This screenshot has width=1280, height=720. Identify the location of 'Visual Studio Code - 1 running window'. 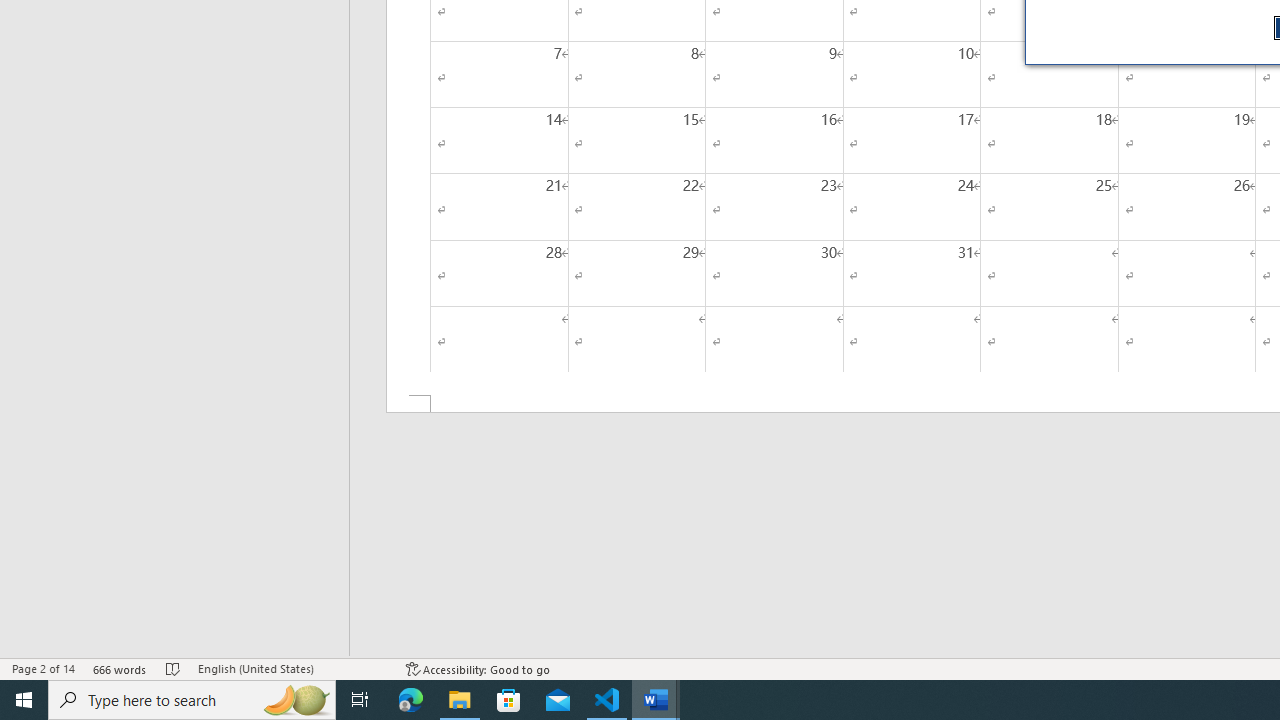
(606, 698).